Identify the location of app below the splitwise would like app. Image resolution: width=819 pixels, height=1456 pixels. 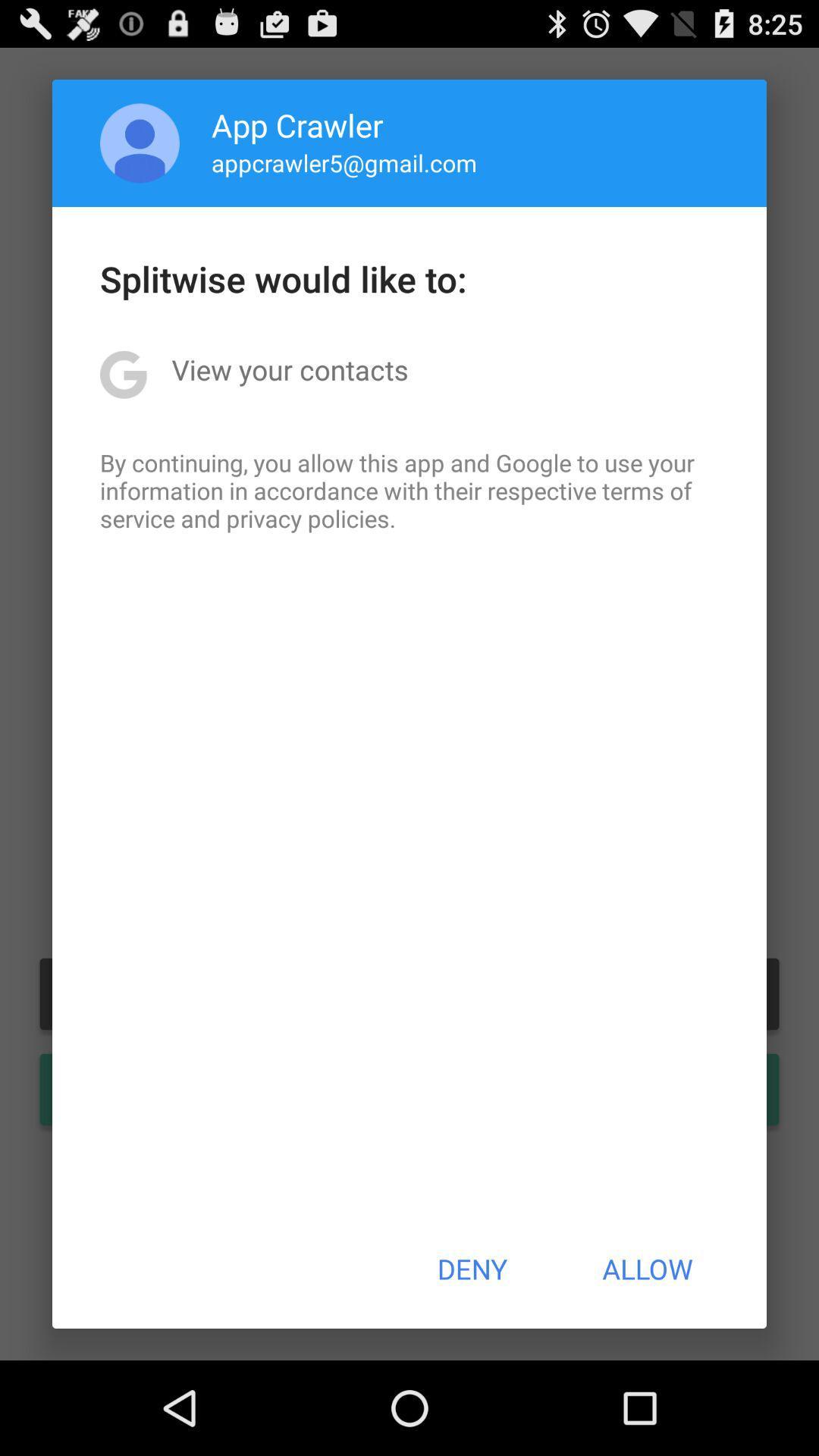
(290, 369).